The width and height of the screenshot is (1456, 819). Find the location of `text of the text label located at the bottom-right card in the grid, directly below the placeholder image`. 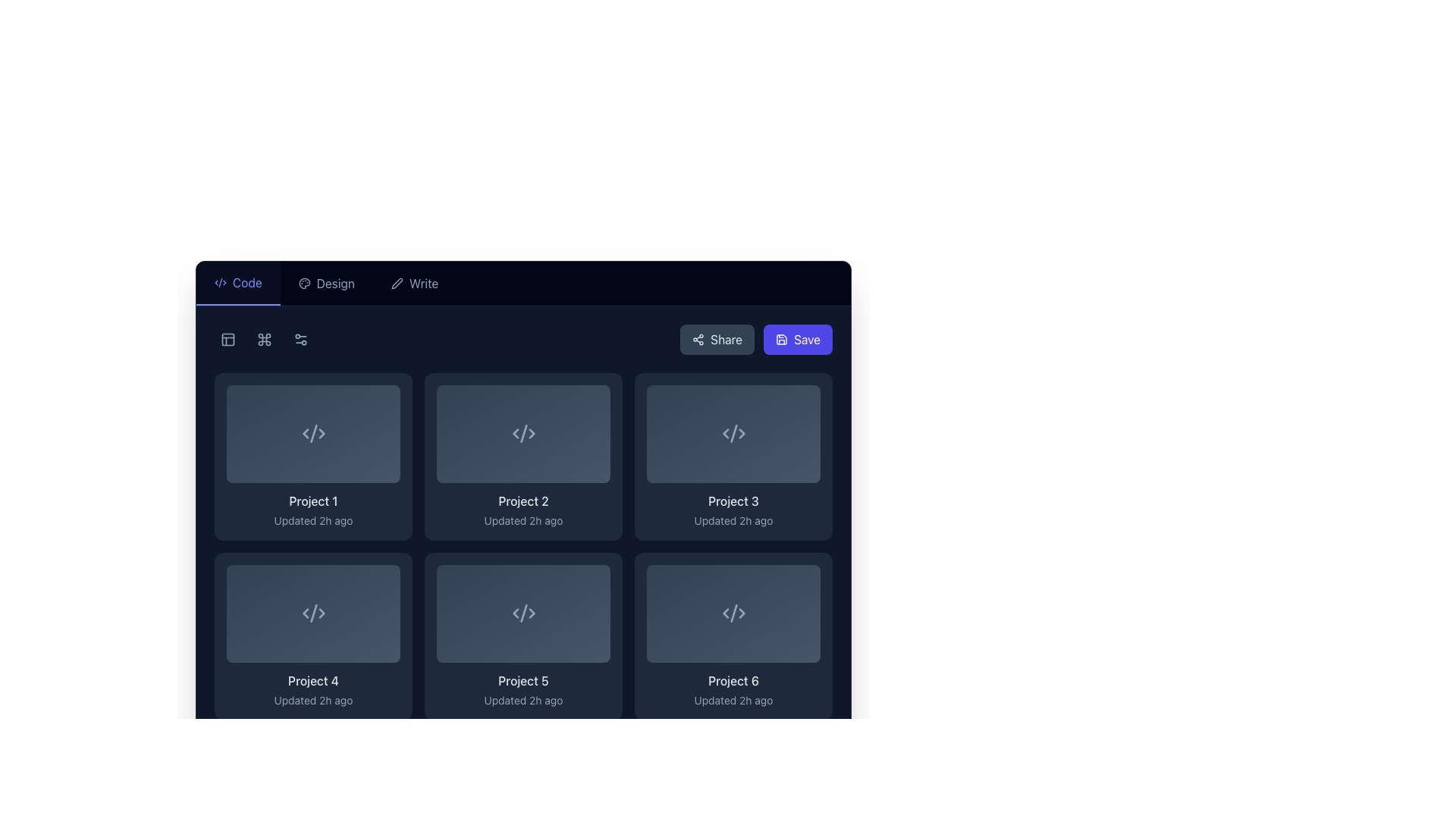

text of the text label located at the bottom-right card in the grid, directly below the placeholder image is located at coordinates (733, 679).